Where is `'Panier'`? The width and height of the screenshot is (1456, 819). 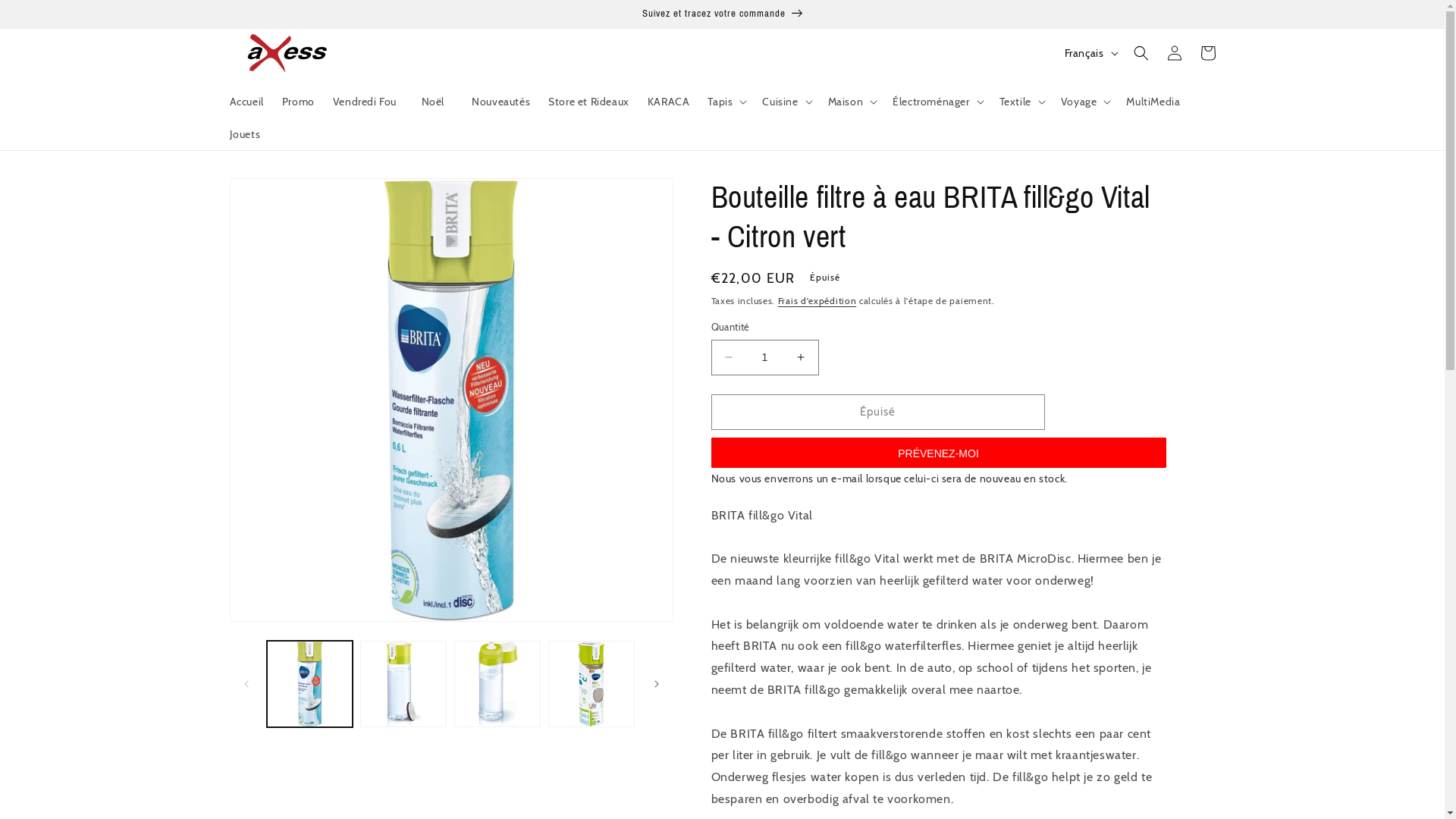 'Panier' is located at coordinates (1207, 52).